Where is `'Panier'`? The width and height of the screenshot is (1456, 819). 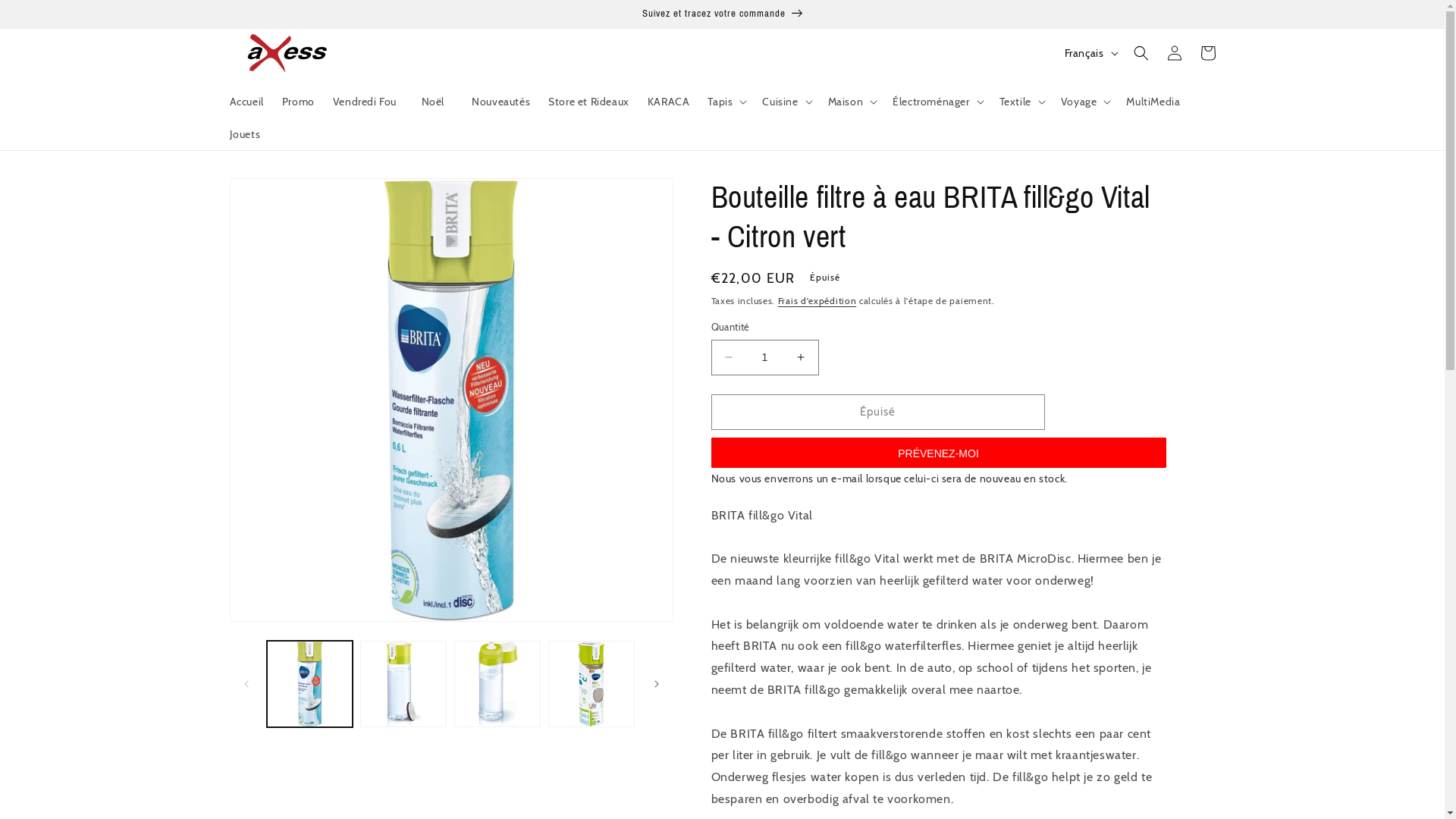 'Panier' is located at coordinates (1207, 52).